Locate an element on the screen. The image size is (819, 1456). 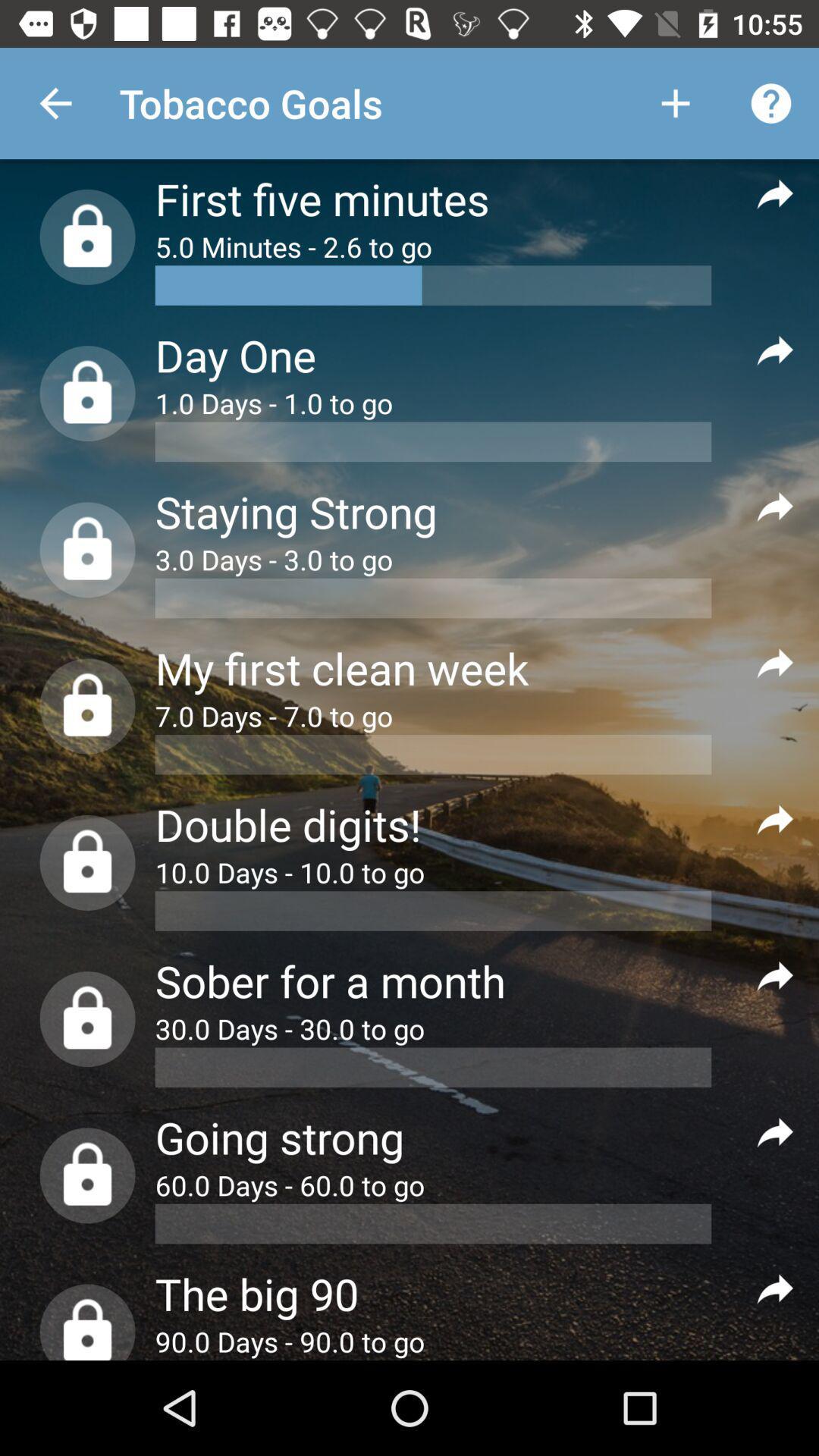
share goal status is located at coordinates (775, 1131).